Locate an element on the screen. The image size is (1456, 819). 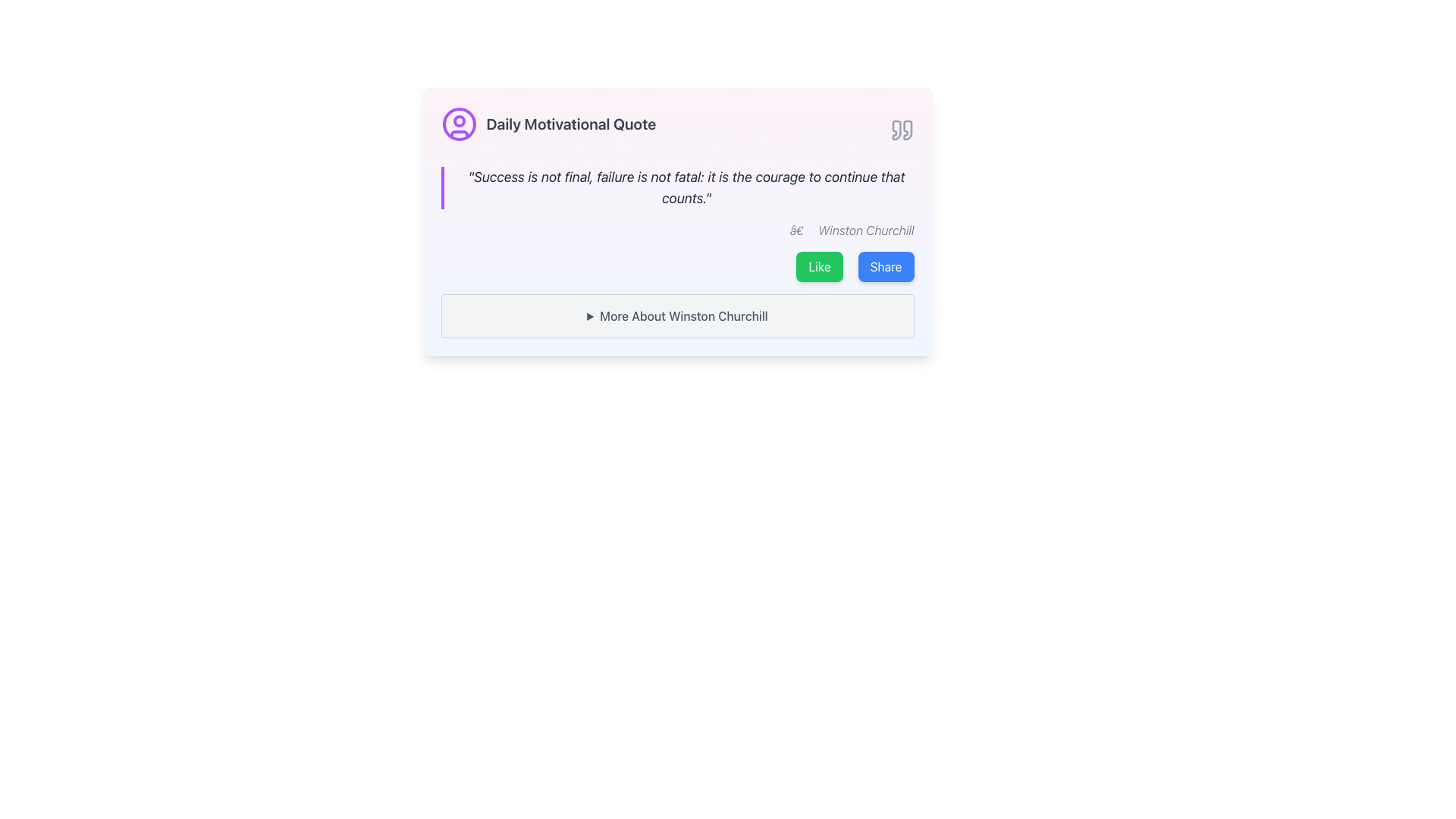
the Decorative Icon, which is a graphic icon resembling a quotation mark located at the upper-right corner of the 'Daily Motivational Quote' card is located at coordinates (902, 130).